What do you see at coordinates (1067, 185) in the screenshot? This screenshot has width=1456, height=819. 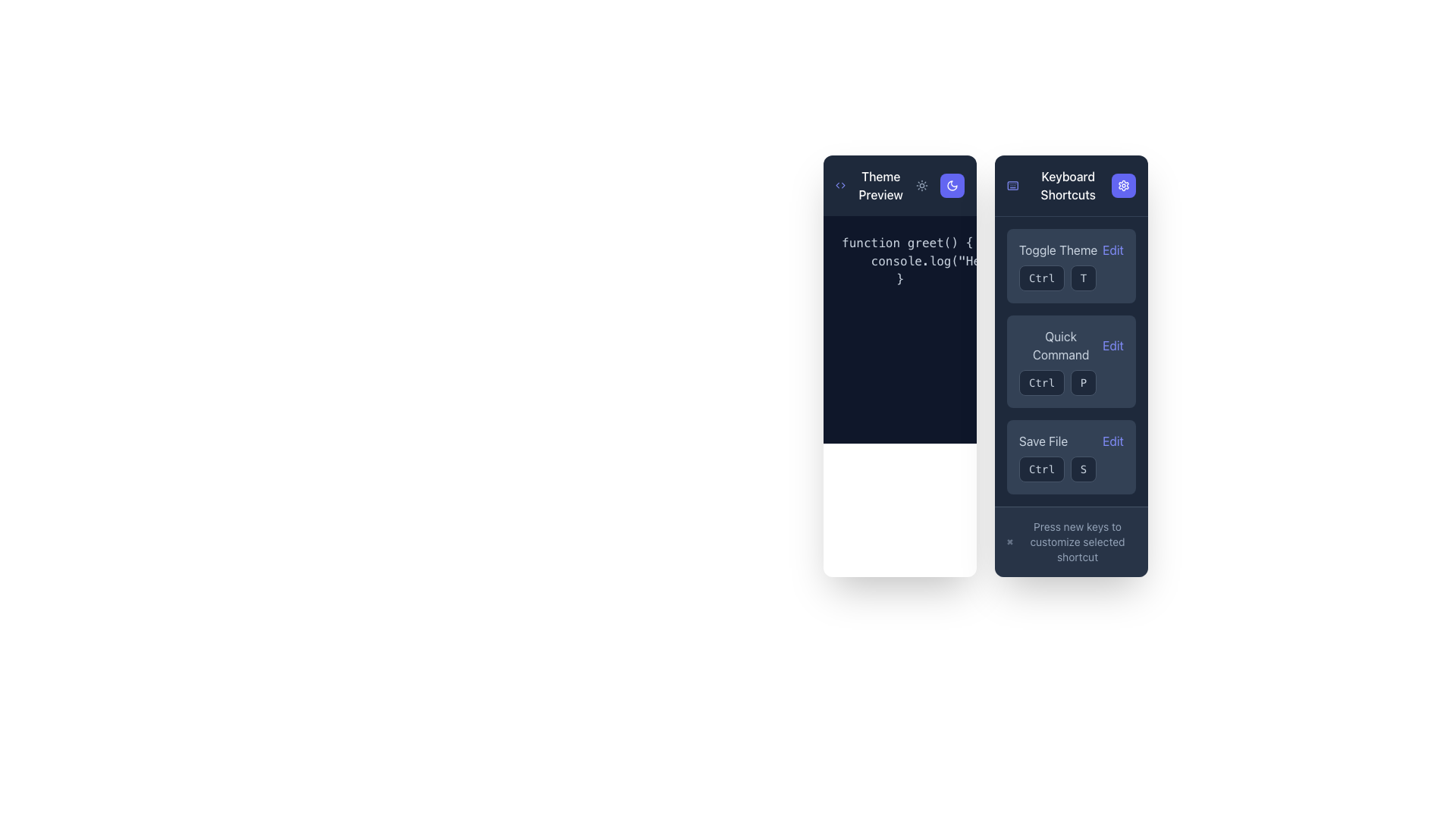 I see `the text label indicating keyboard shortcuts located in the top section of the third column, under the settings icon title bar` at bounding box center [1067, 185].